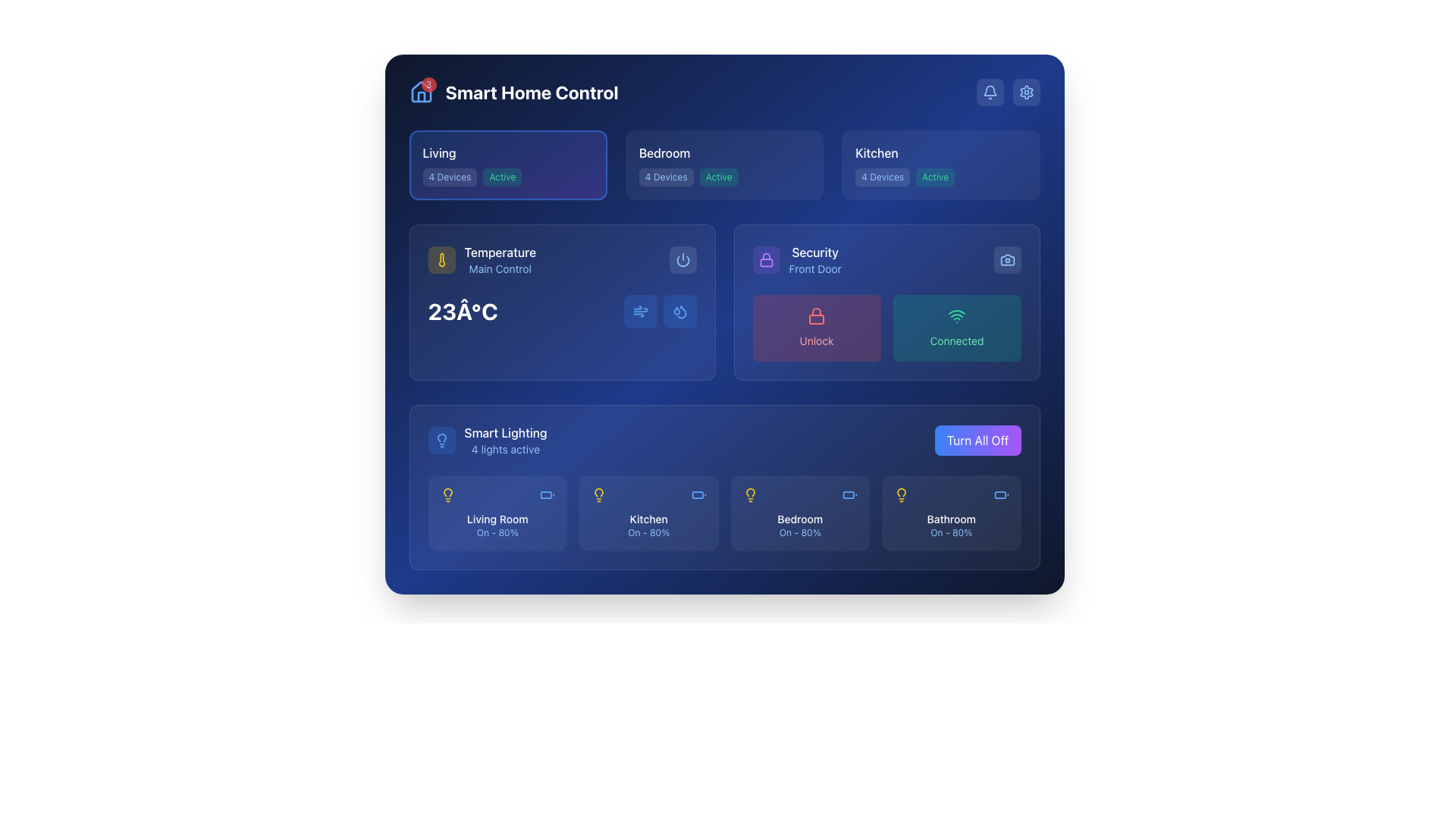  Describe the element at coordinates (640, 311) in the screenshot. I see `the light-blue wind-related icon with three horizontal wavy lines located within the blue-themed UI component to the right of the main temperature reading '23°C'` at that location.